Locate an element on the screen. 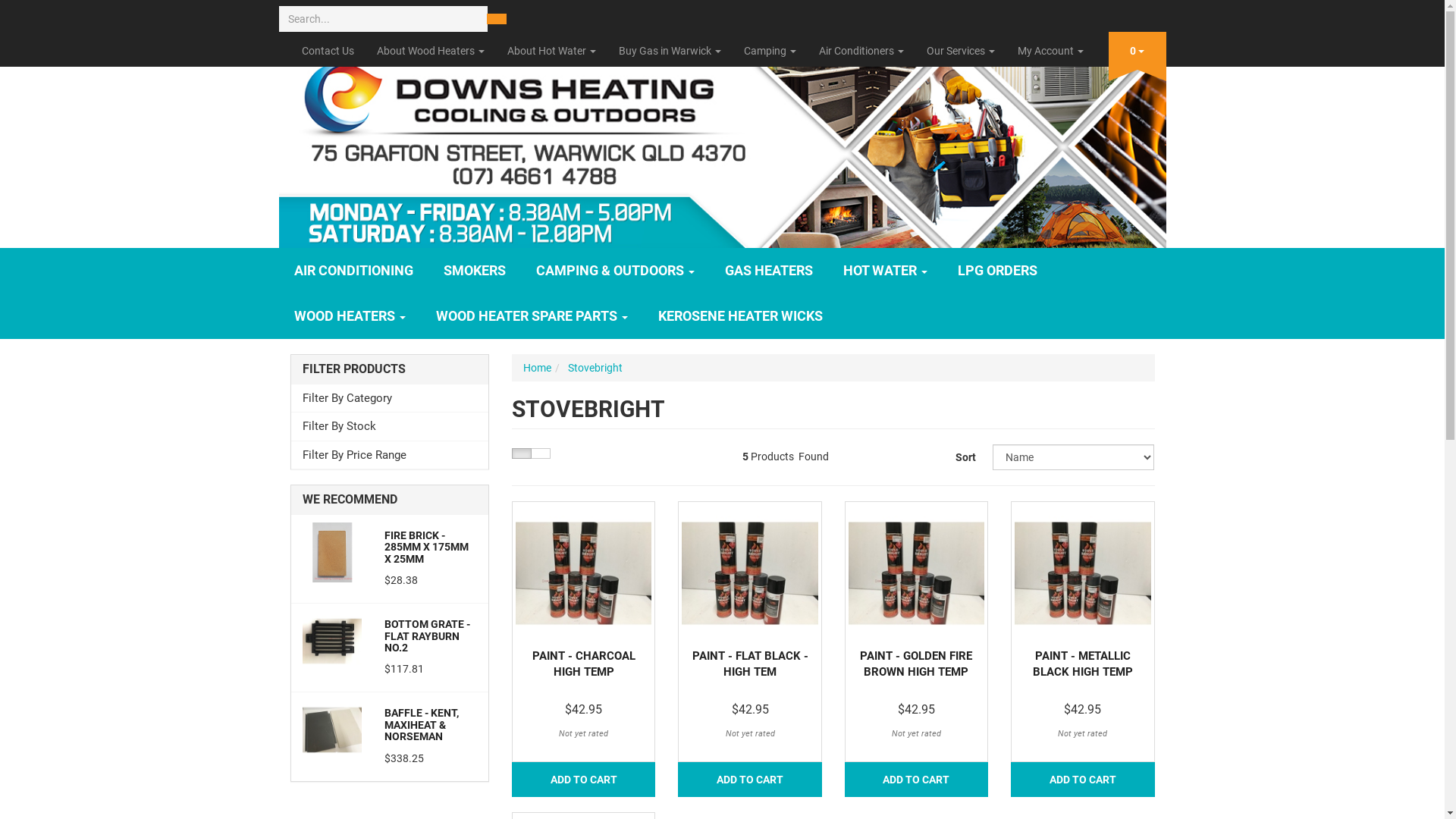 This screenshot has height=819, width=1456. 'PAINT - FLAT BLACK - HIGH TEM' is located at coordinates (750, 663).